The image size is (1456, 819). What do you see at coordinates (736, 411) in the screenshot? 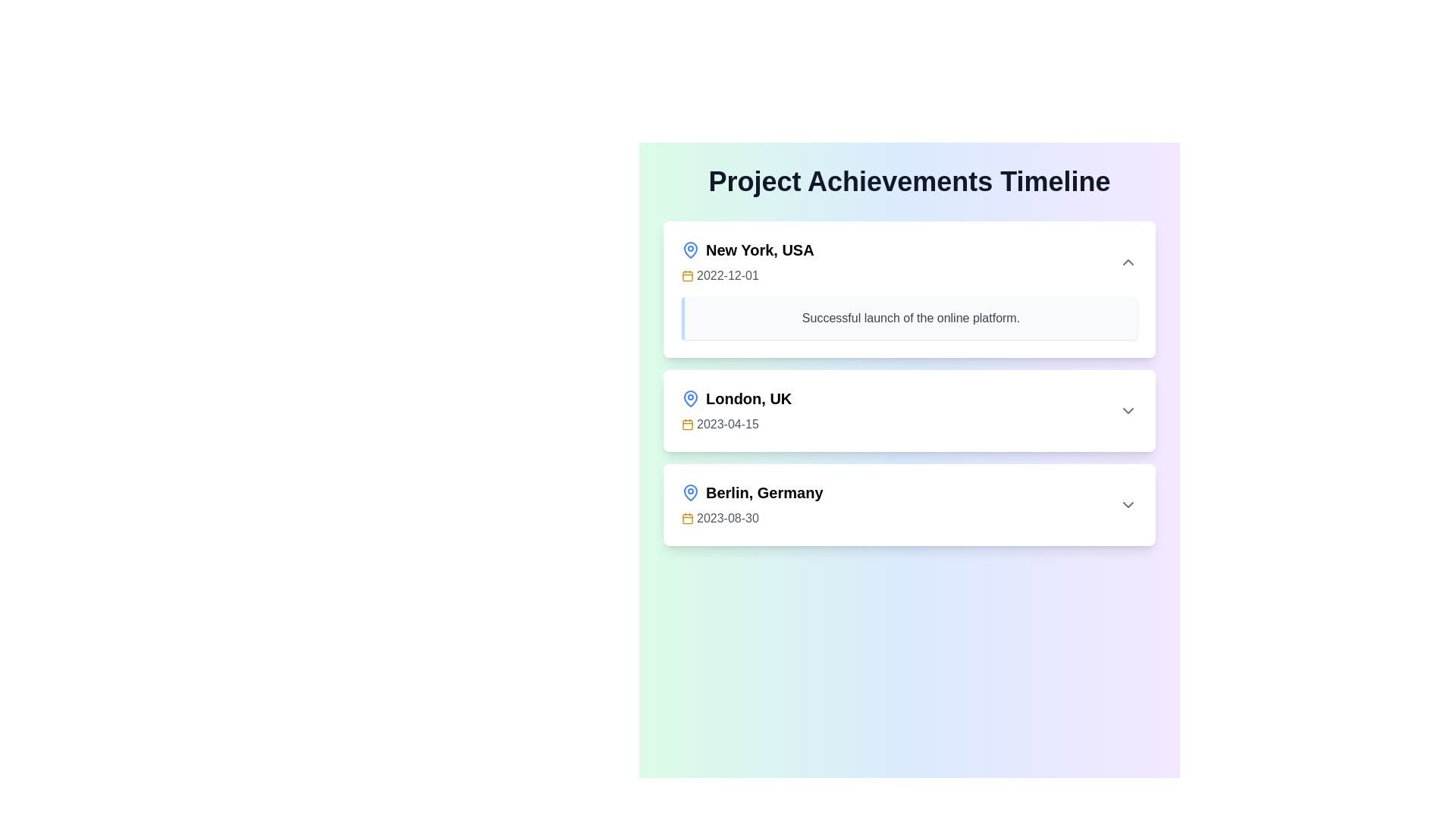
I see `the 'London, UK' event text in the timeline` at bounding box center [736, 411].